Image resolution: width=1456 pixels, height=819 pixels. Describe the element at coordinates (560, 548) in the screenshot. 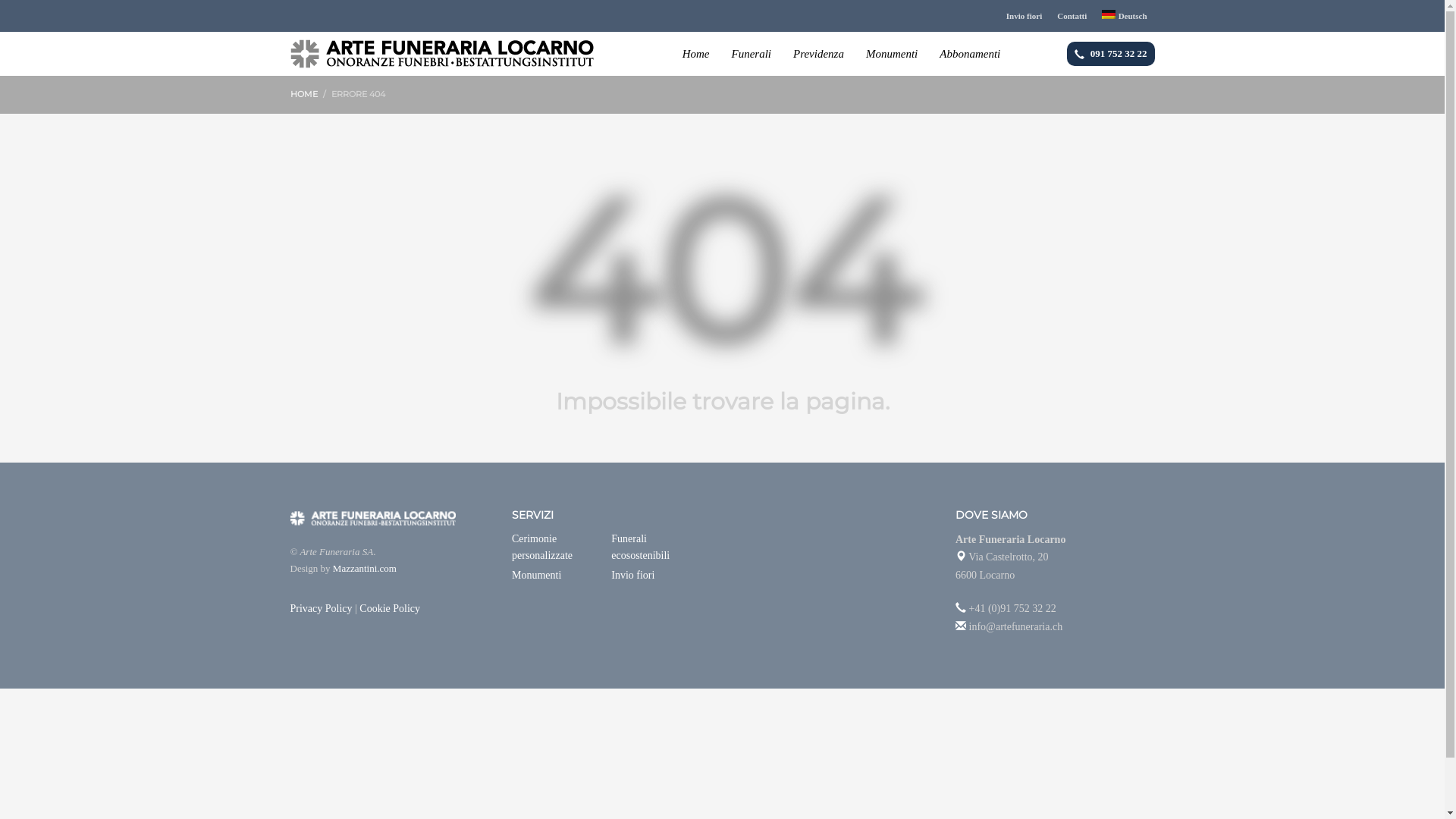

I see `'Cerimonie personalizzate'` at that location.